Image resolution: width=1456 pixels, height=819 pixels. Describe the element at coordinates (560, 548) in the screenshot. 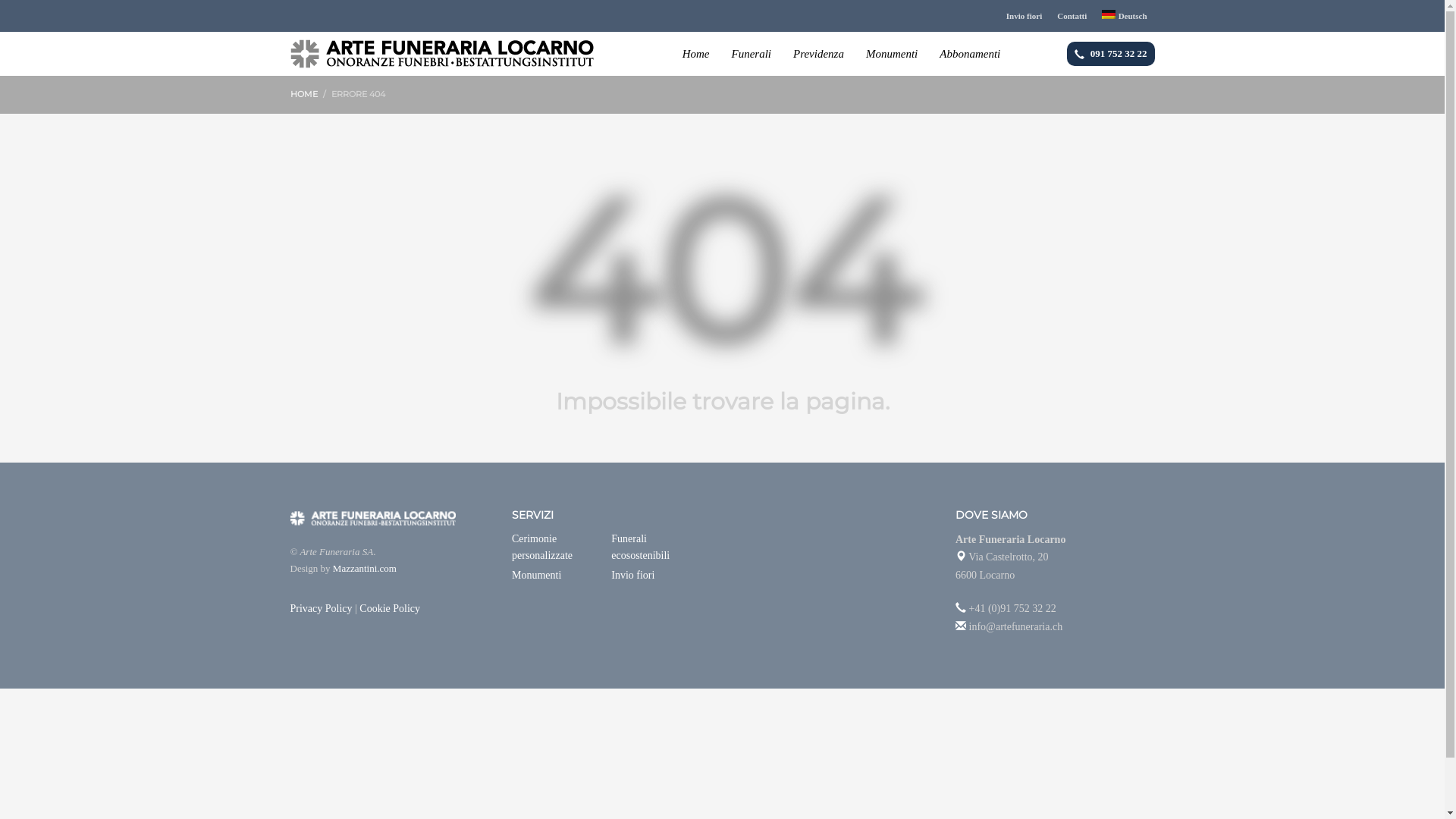

I see `'Cerimonie personalizzate'` at that location.